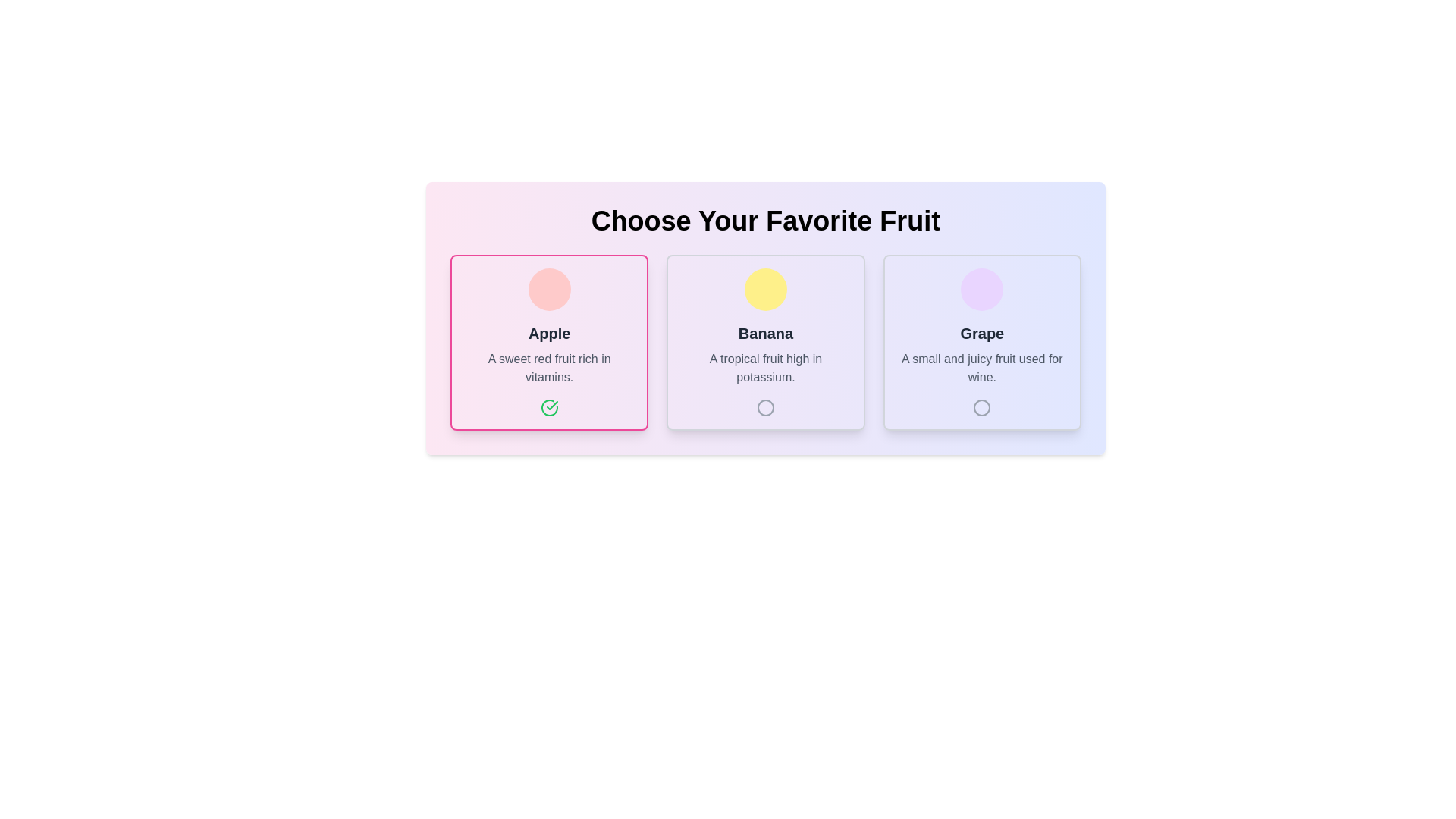  I want to click on the static text displaying 'A sweet red fruit rich in vitamins.' which is styled in light gray and centered below the title 'Apple', so click(548, 369).